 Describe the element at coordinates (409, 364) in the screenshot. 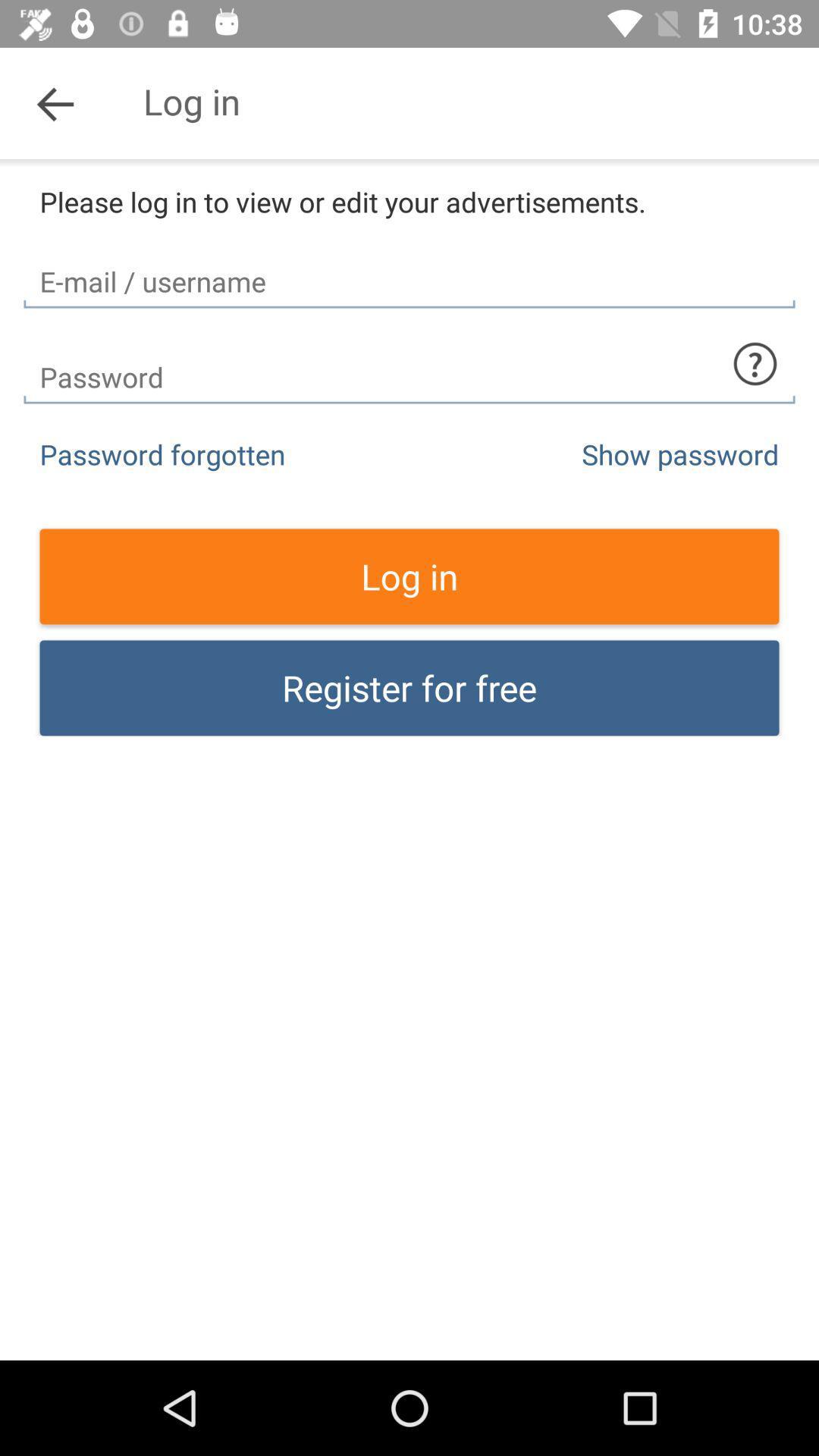

I see `password` at that location.